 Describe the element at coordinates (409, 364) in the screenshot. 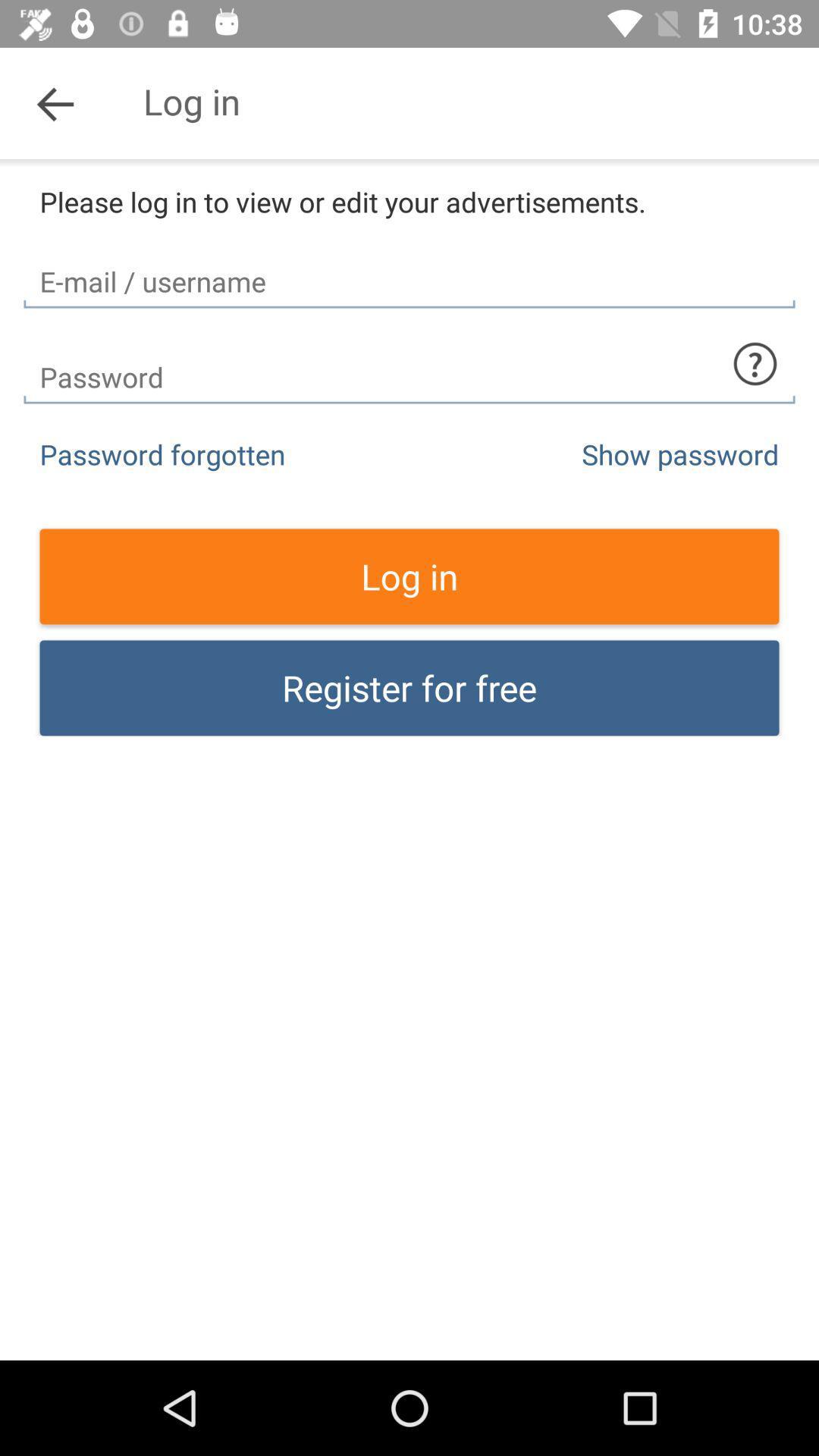

I see `password` at that location.